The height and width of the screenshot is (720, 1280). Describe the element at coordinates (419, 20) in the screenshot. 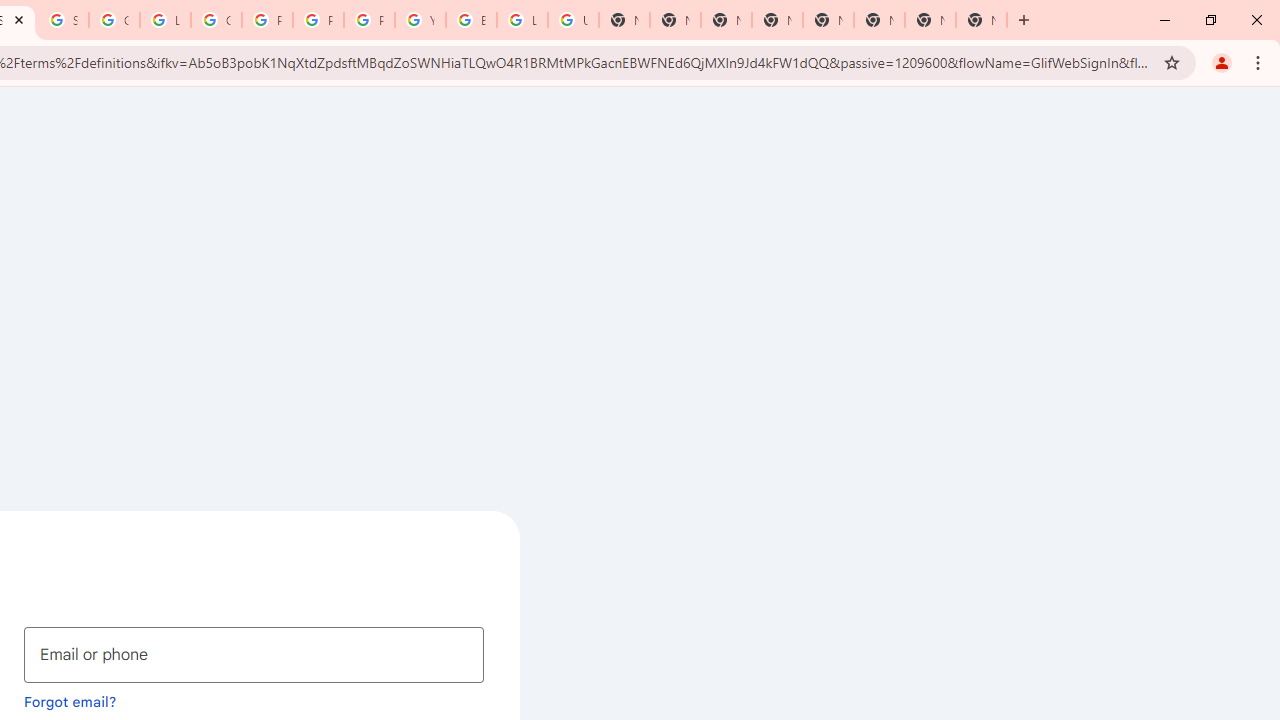

I see `'YouTube'` at that location.